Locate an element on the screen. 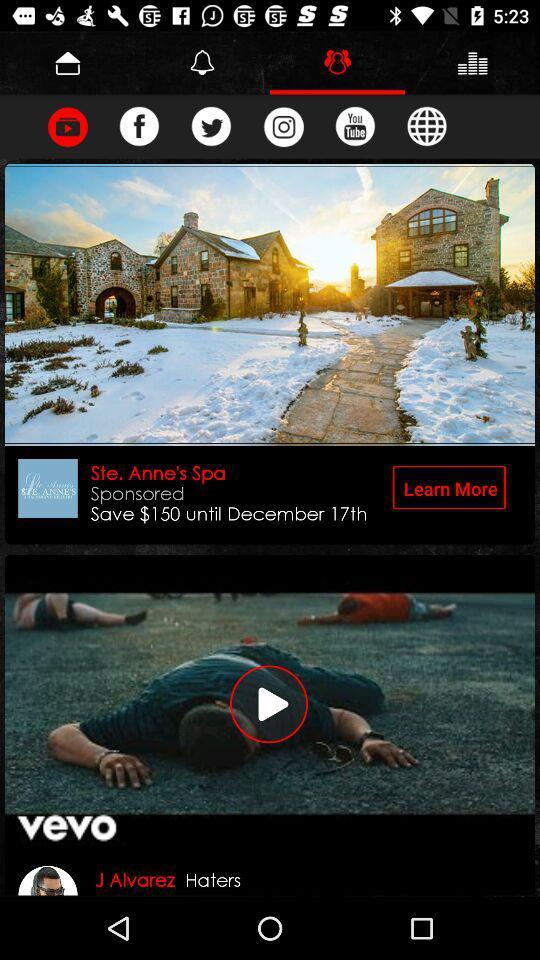  the facebook icon is located at coordinates (138, 125).